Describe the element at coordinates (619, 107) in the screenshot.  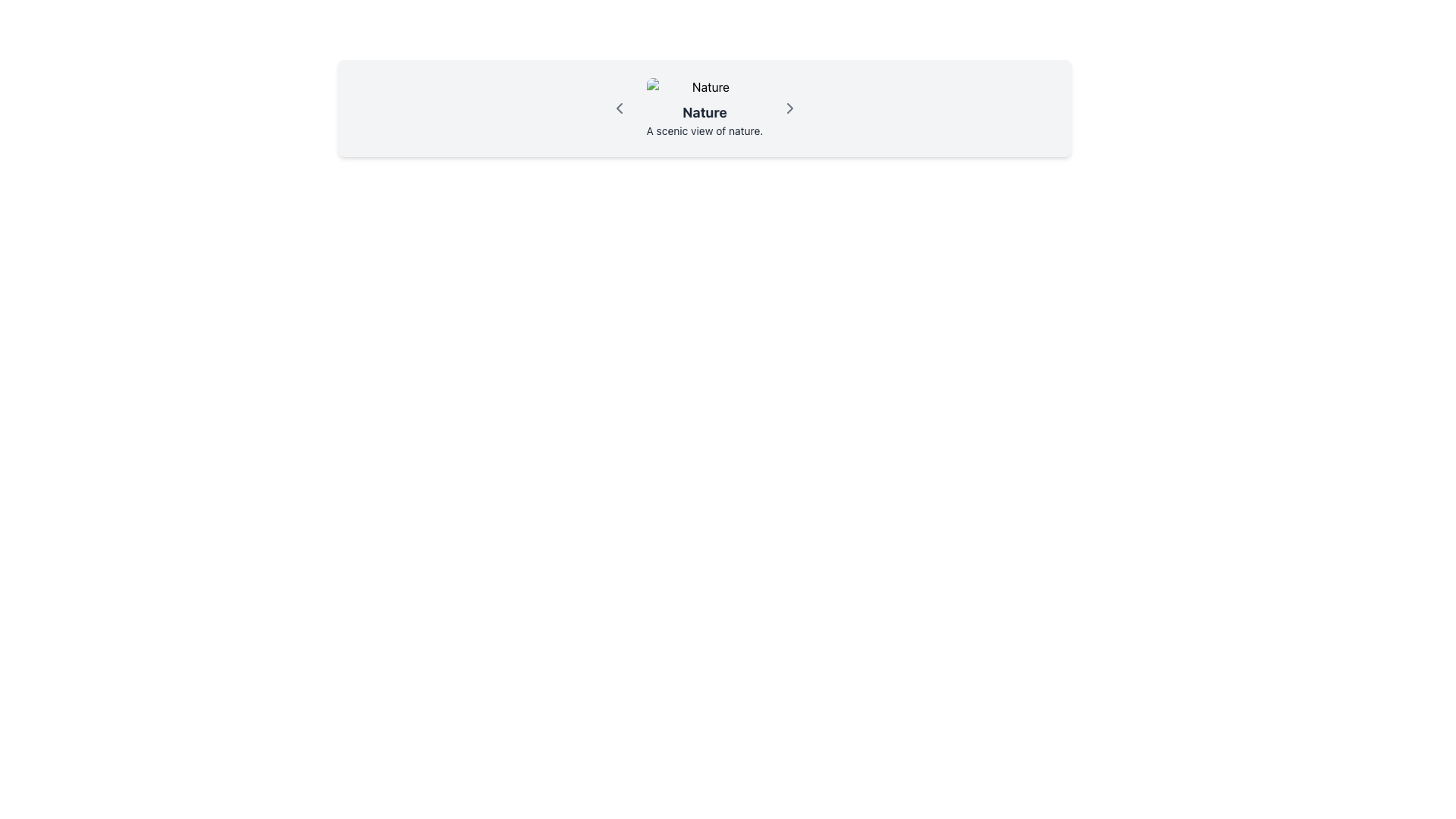
I see `the left-facing chevron icon button, which is gray and turns blue on hover, located to the left of the central title and description section` at that location.